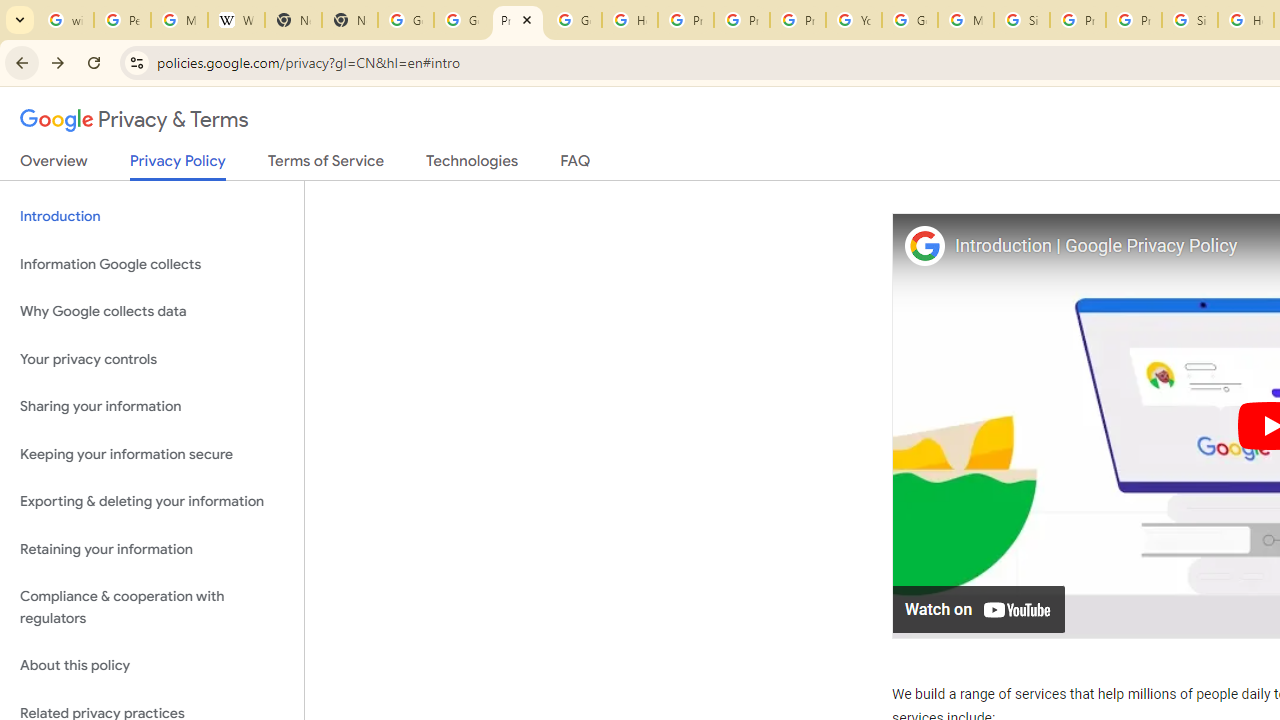 Image resolution: width=1280 pixels, height=720 pixels. What do you see at coordinates (292, 20) in the screenshot?
I see `'New Tab'` at bounding box center [292, 20].